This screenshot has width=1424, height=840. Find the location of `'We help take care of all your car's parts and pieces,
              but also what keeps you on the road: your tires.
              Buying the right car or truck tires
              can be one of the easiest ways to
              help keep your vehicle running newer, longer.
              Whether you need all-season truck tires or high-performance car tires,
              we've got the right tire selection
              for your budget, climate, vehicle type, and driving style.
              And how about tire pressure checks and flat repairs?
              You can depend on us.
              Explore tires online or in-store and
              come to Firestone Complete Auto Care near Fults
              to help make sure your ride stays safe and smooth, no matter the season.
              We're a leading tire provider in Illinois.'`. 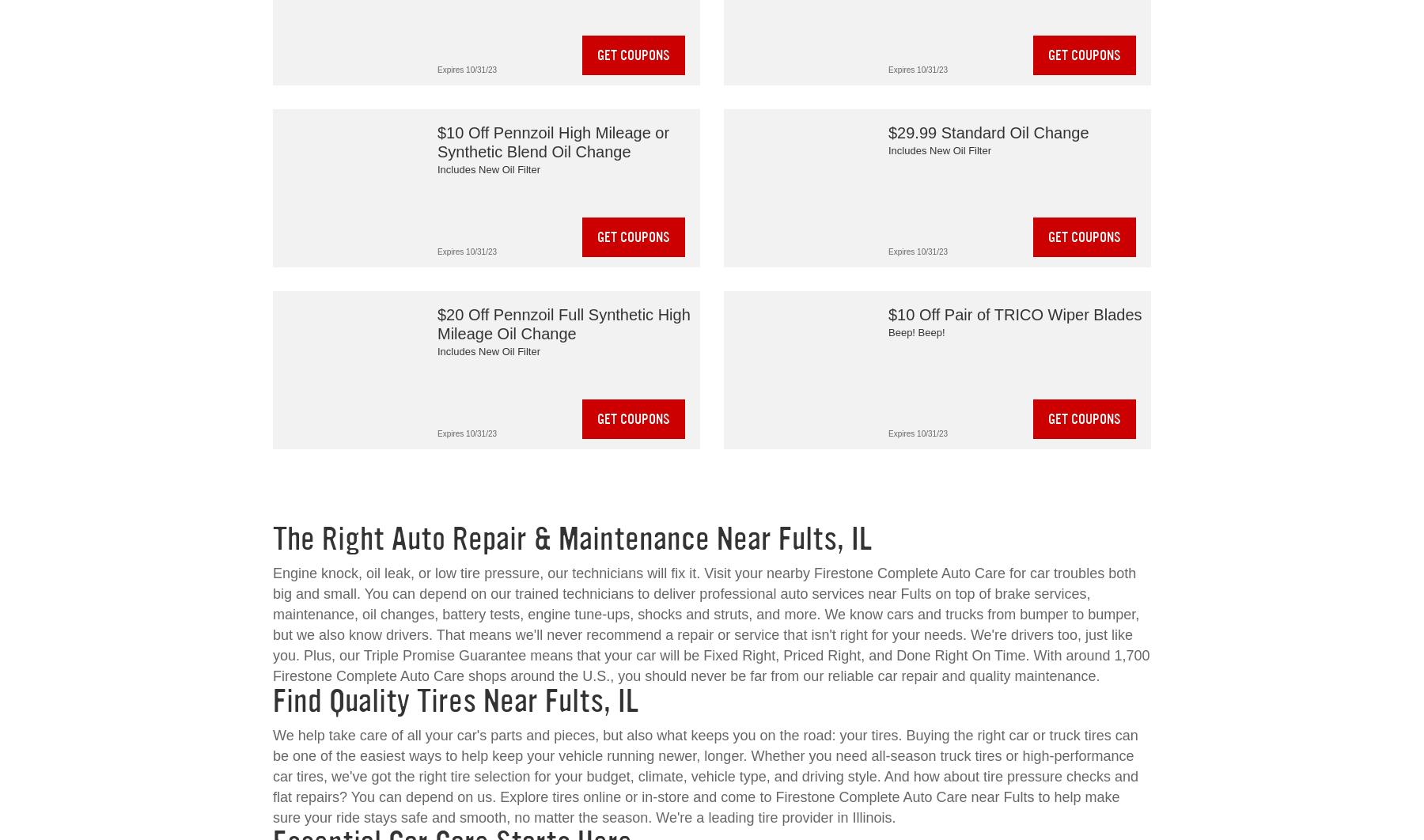

'We help take care of all your car's parts and pieces,
              but also what keeps you on the road: your tires.
              Buying the right car or truck tires
              can be one of the easiest ways to
              help keep your vehicle running newer, longer.
              Whether you need all-season truck tires or high-performance car tires,
              we've got the right tire selection
              for your budget, climate, vehicle type, and driving style.
              And how about tire pressure checks and flat repairs?
              You can depend on us.
              Explore tires online or in-store and
              come to Firestone Complete Auto Care near Fults
              to help make sure your ride stays safe and smooth, no matter the season.
              We're a leading tire provider in Illinois.' is located at coordinates (706, 776).